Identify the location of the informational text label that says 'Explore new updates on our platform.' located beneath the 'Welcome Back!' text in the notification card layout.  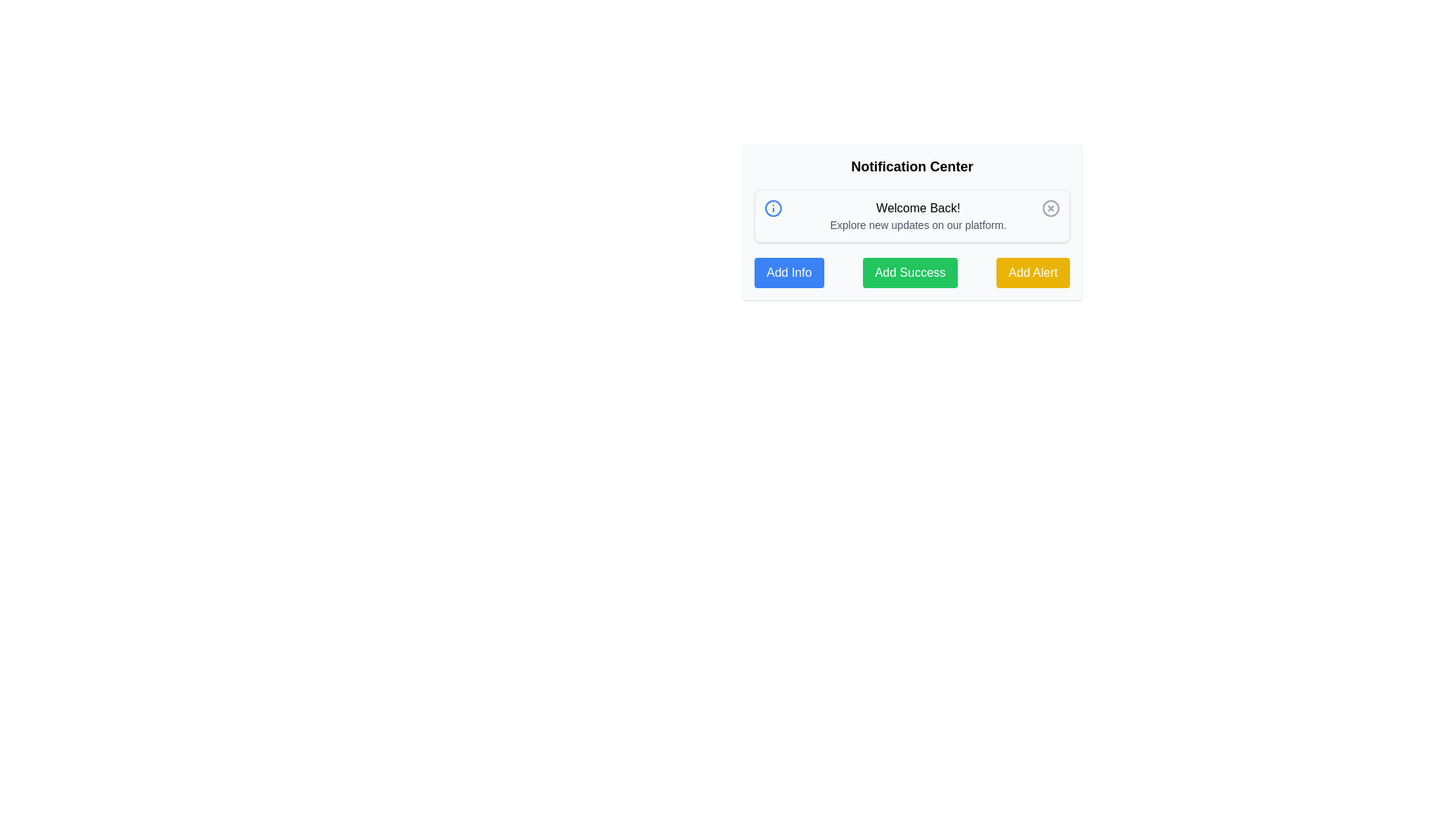
(917, 225).